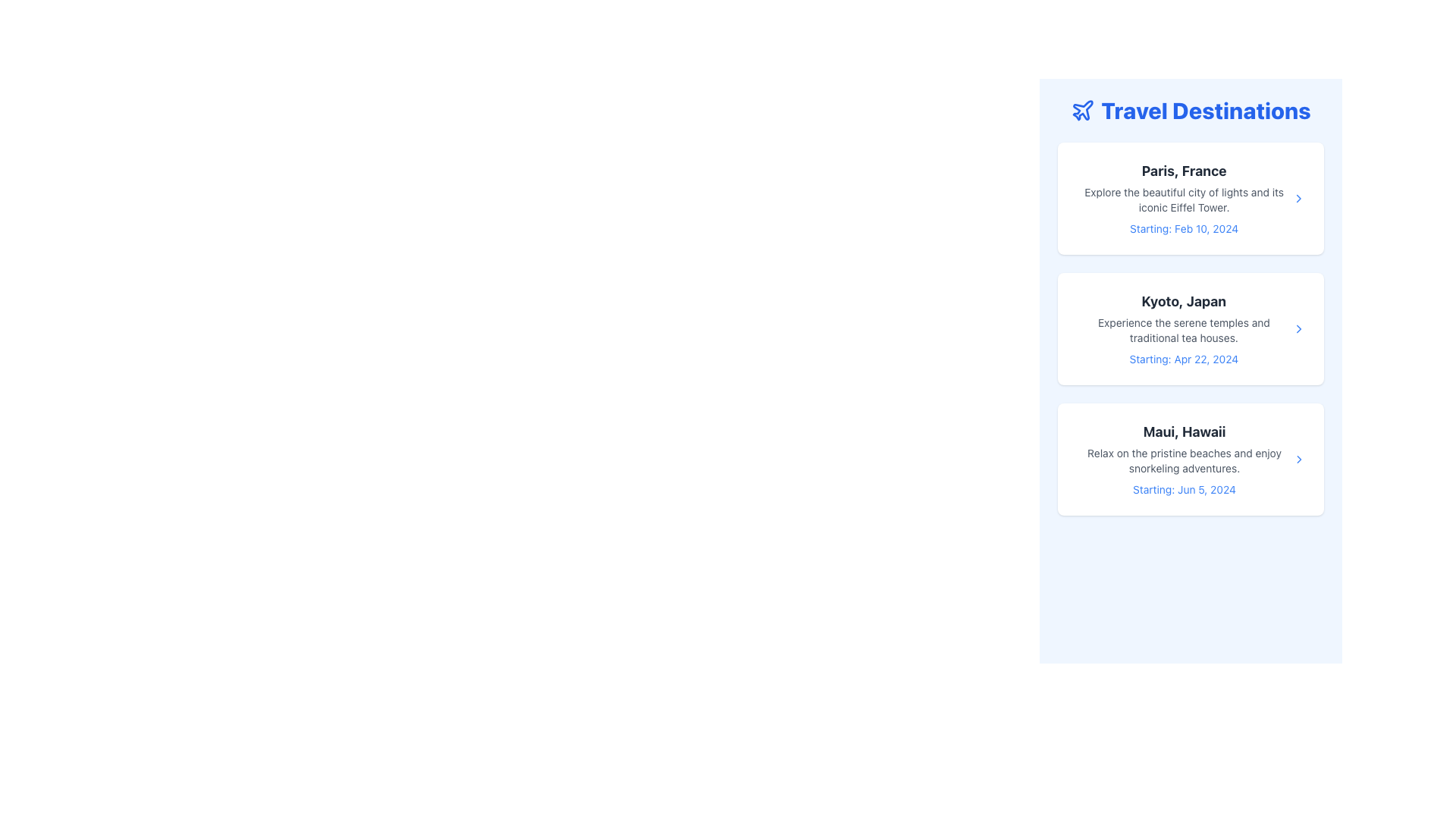 The width and height of the screenshot is (1456, 819). I want to click on the main header text that indicates the destination name for the associated travel information, which is positioned at the top of the rectangular card layout, so click(1184, 432).